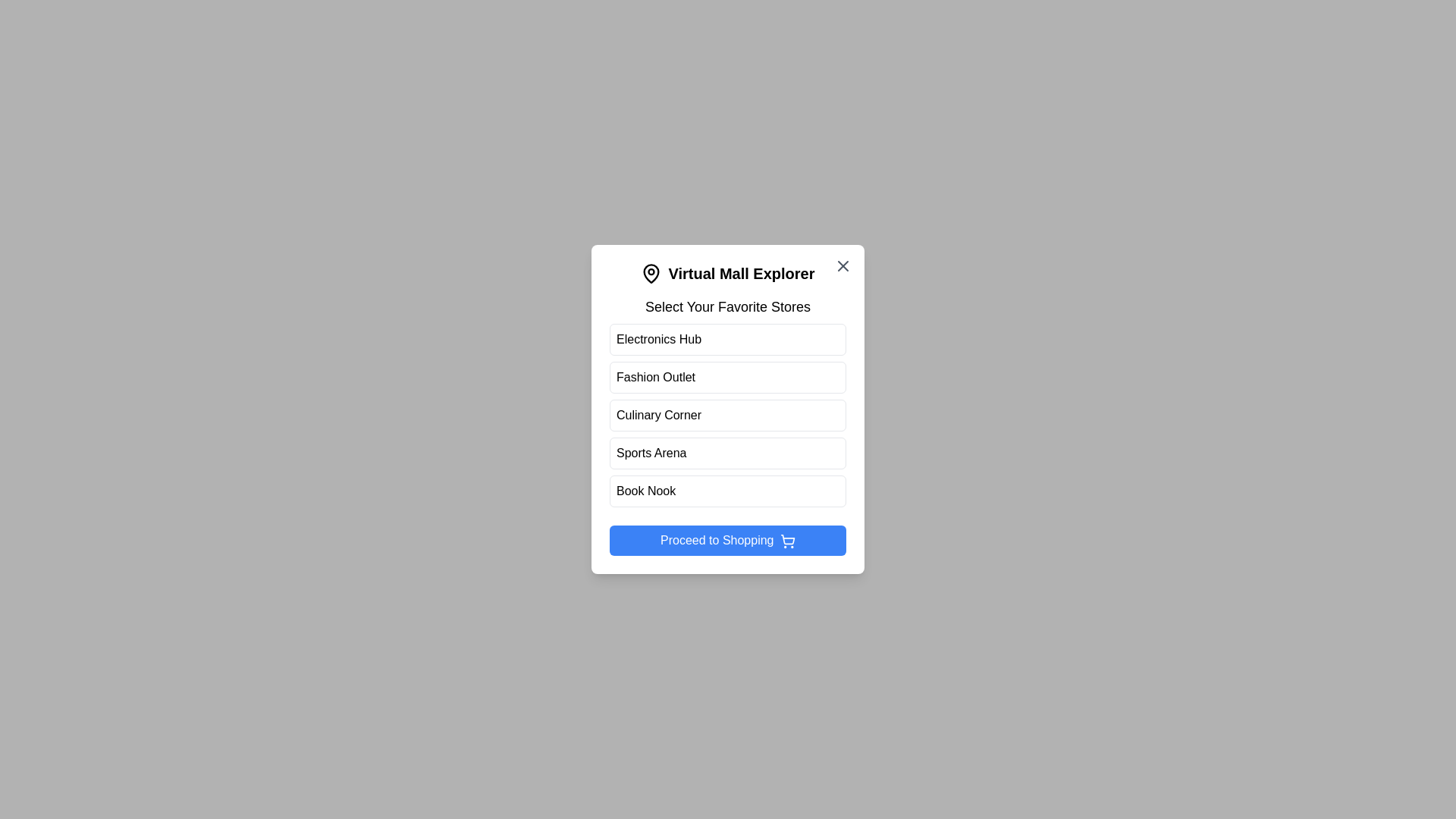  What do you see at coordinates (787, 538) in the screenshot?
I see `the shopping cart decorative icon located near the right edge of the 'Proceed to Shopping' blue button at the bottom of the modal interface` at bounding box center [787, 538].